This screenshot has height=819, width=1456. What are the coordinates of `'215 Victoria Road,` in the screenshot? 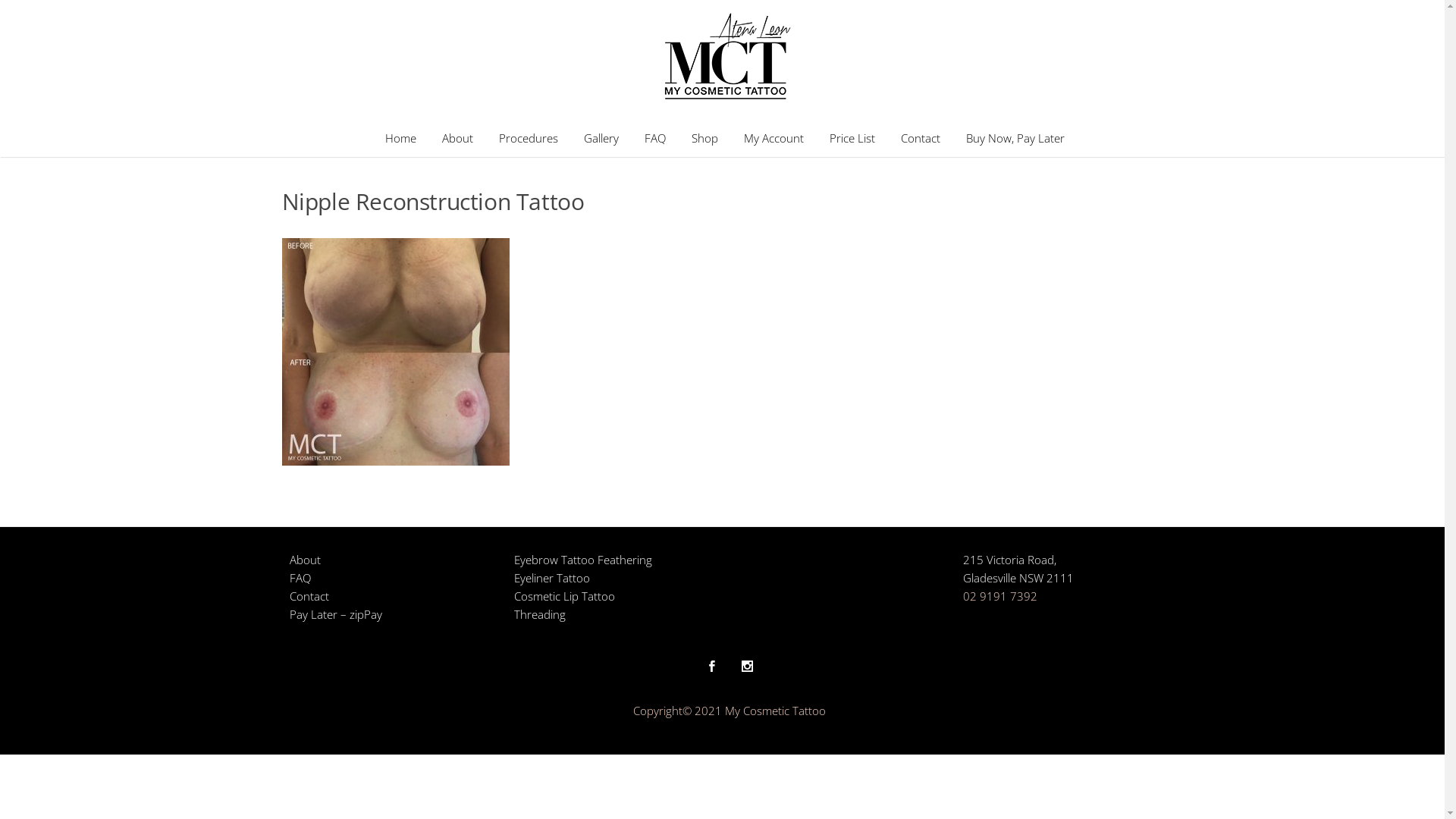 It's located at (1018, 568).